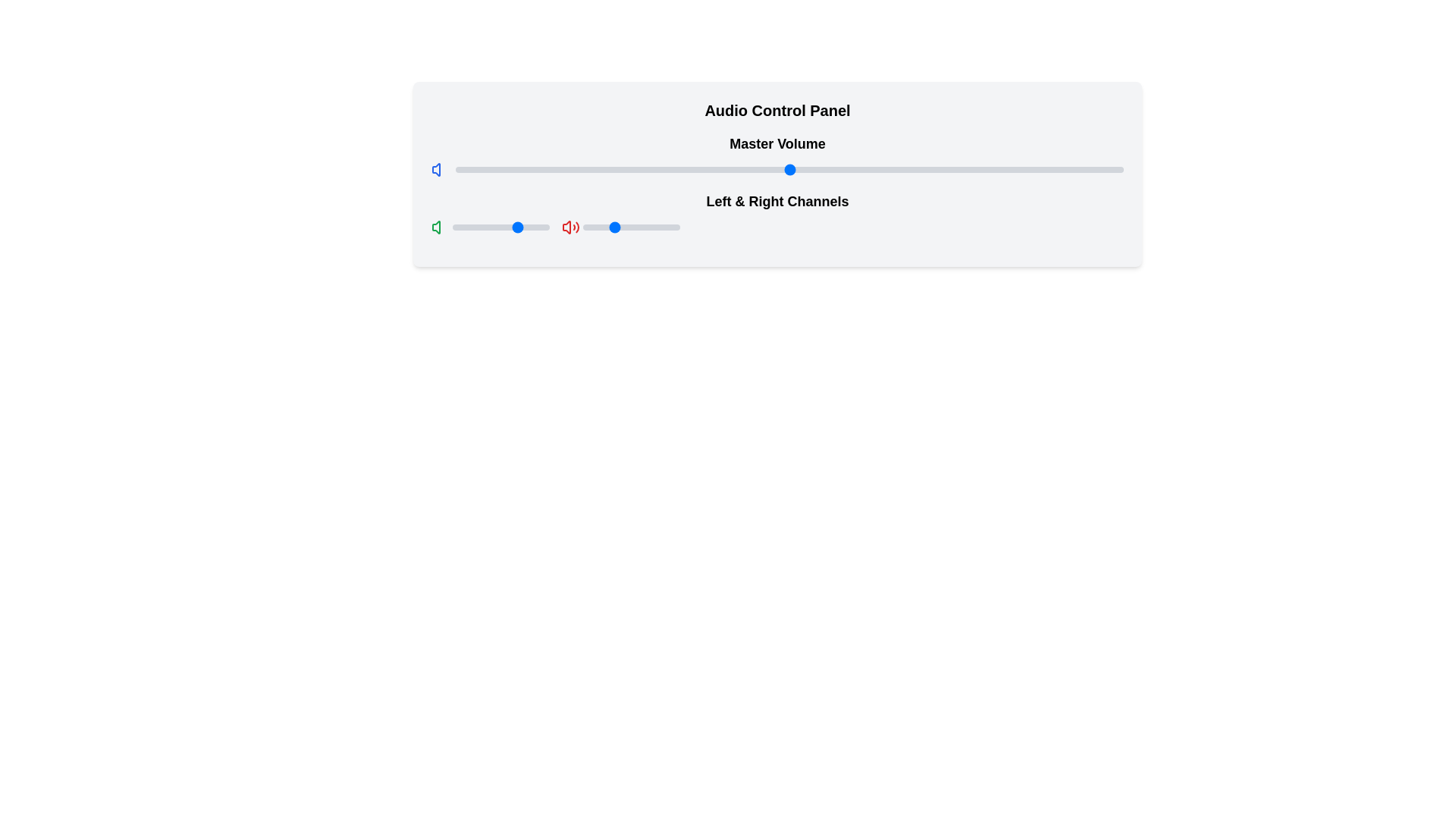  I want to click on the left-right channel balance, so click(544, 227).